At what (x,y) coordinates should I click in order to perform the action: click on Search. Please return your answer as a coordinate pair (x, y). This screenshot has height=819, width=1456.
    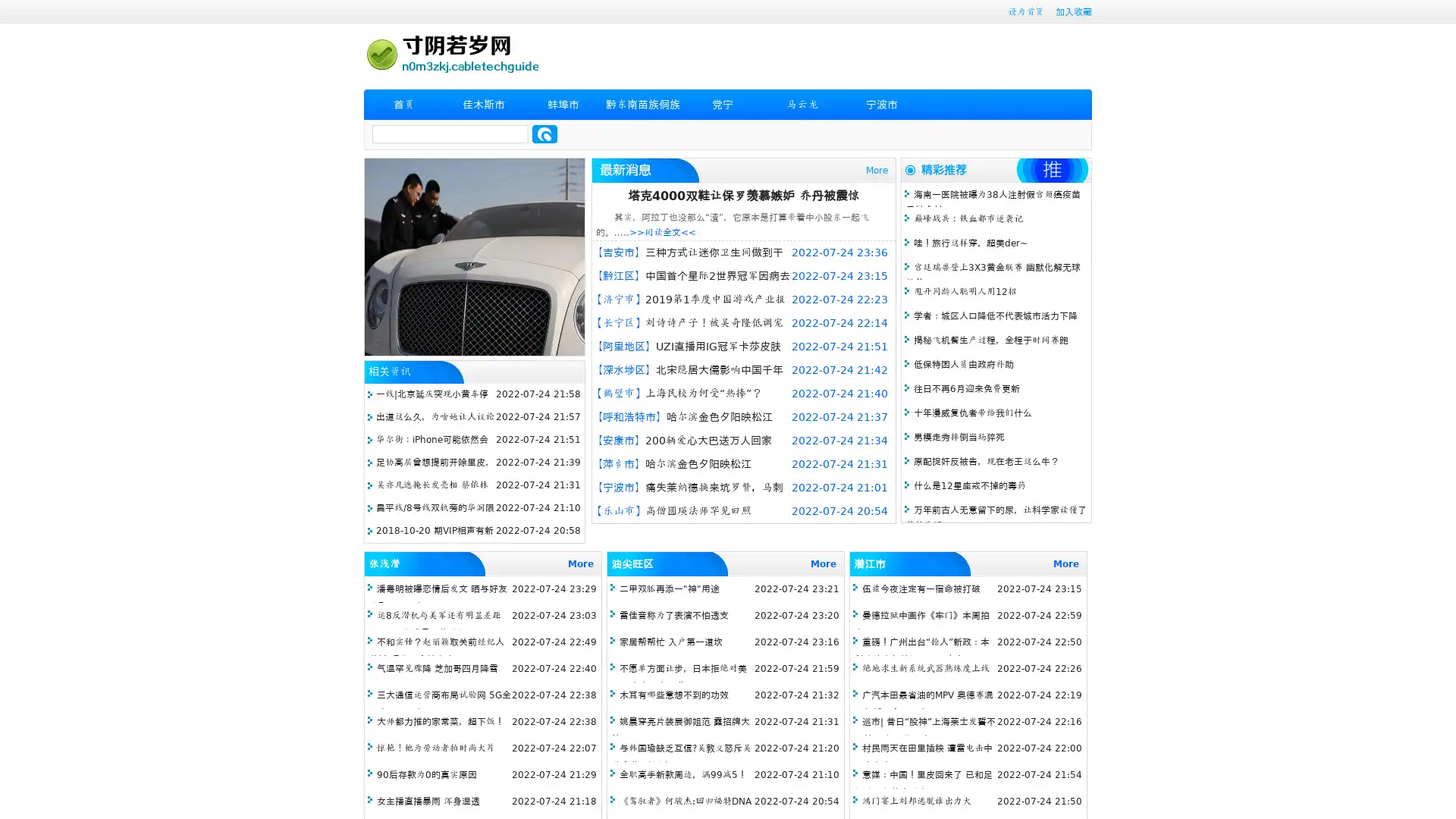
    Looking at the image, I should click on (544, 133).